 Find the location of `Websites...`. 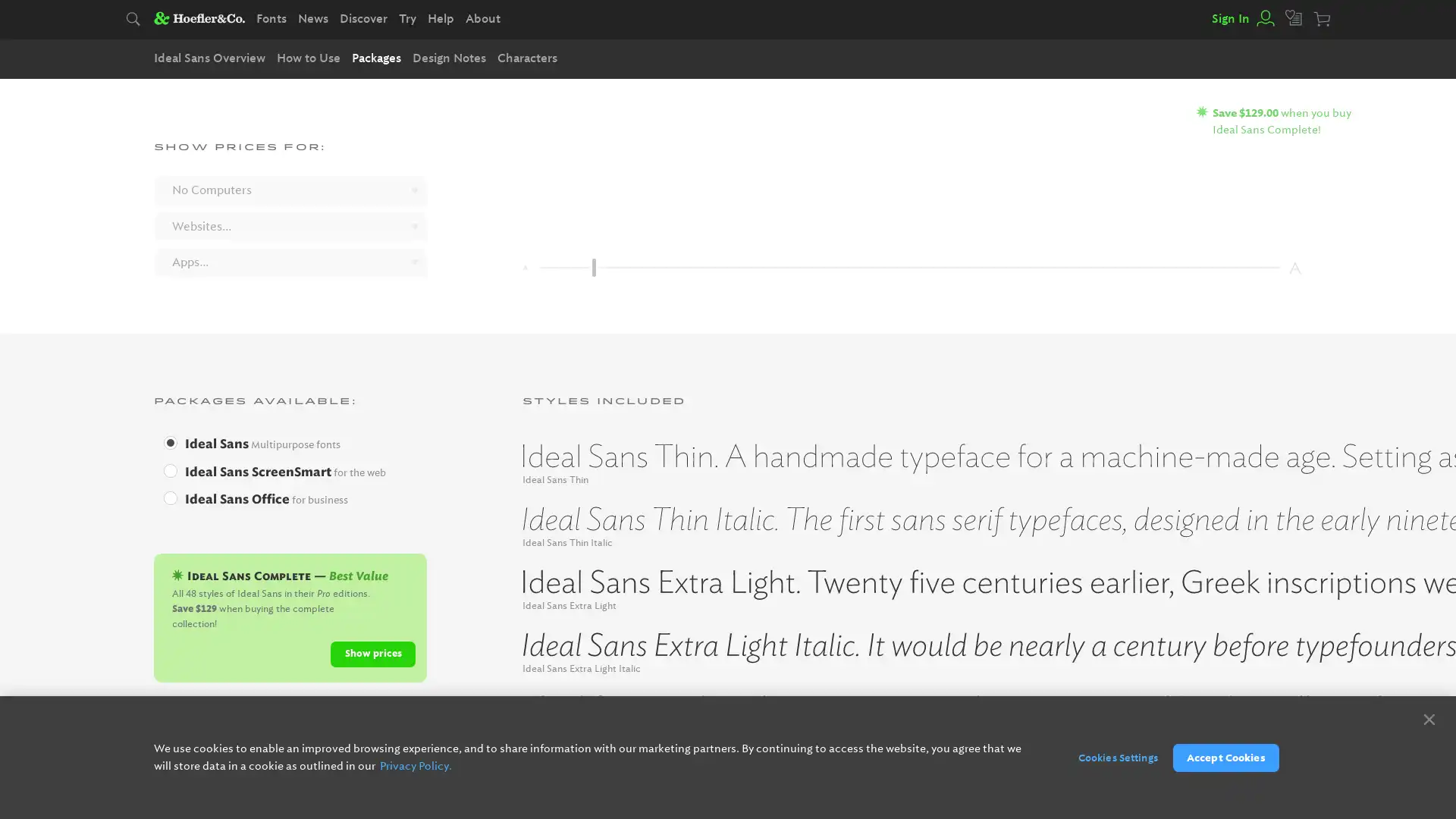

Websites... is located at coordinates (290, 227).